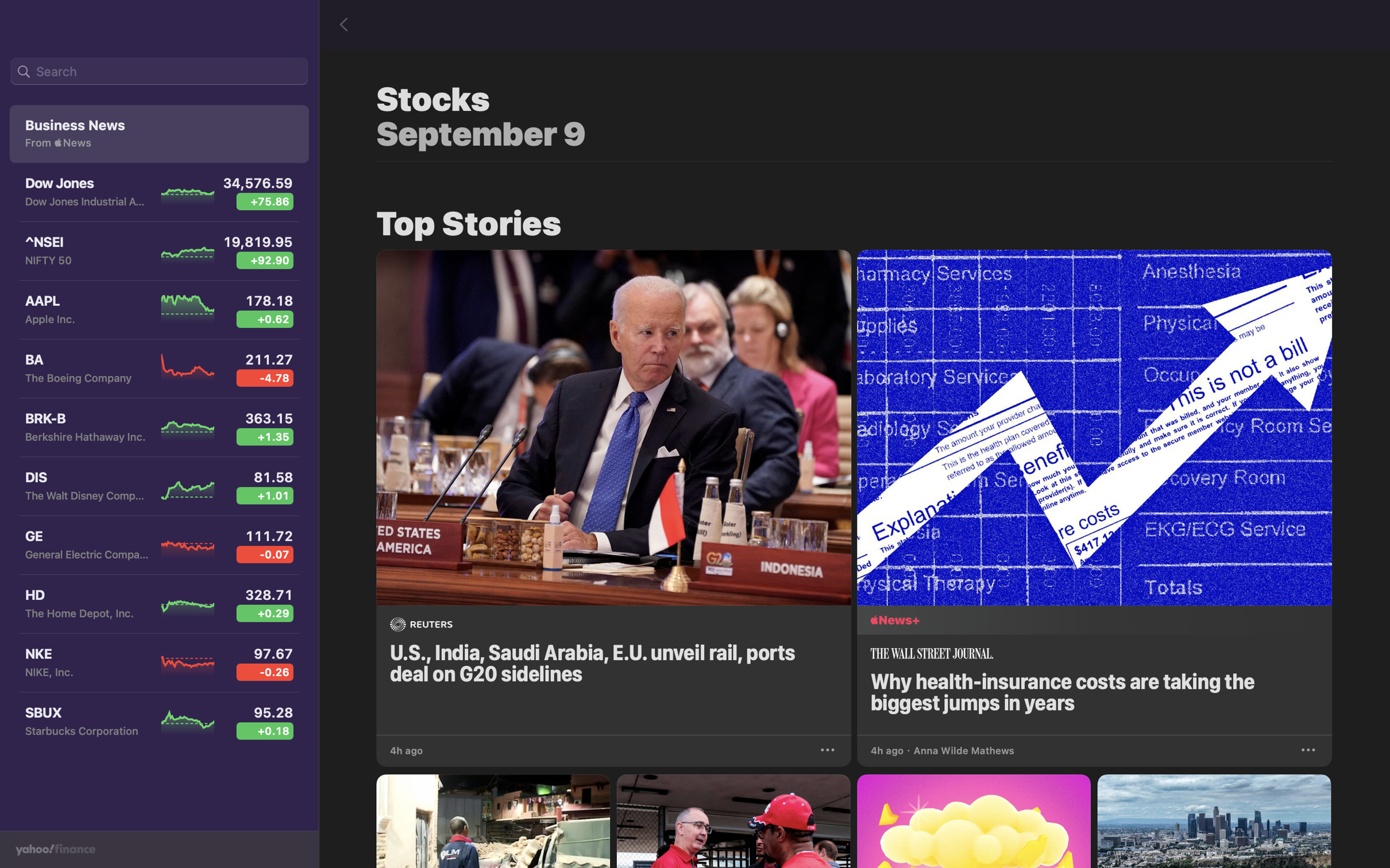  I want to click on Tap on the Home Depot stock to explore more information, so click(156, 606).